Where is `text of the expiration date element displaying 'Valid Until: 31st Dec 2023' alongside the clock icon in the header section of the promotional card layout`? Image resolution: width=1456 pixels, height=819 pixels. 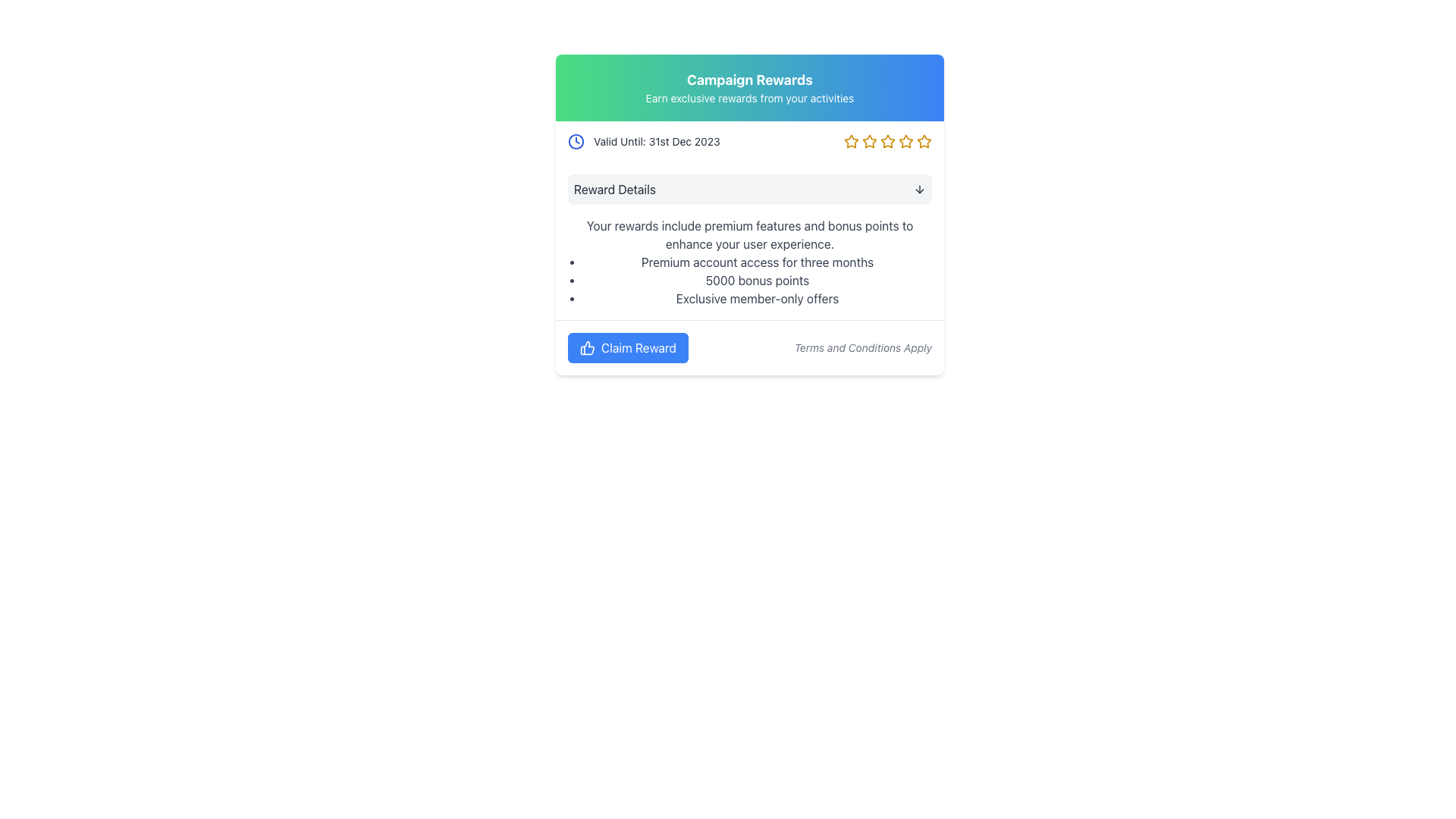
text of the expiration date element displaying 'Valid Until: 31st Dec 2023' alongside the clock icon in the header section of the promotional card layout is located at coordinates (644, 141).